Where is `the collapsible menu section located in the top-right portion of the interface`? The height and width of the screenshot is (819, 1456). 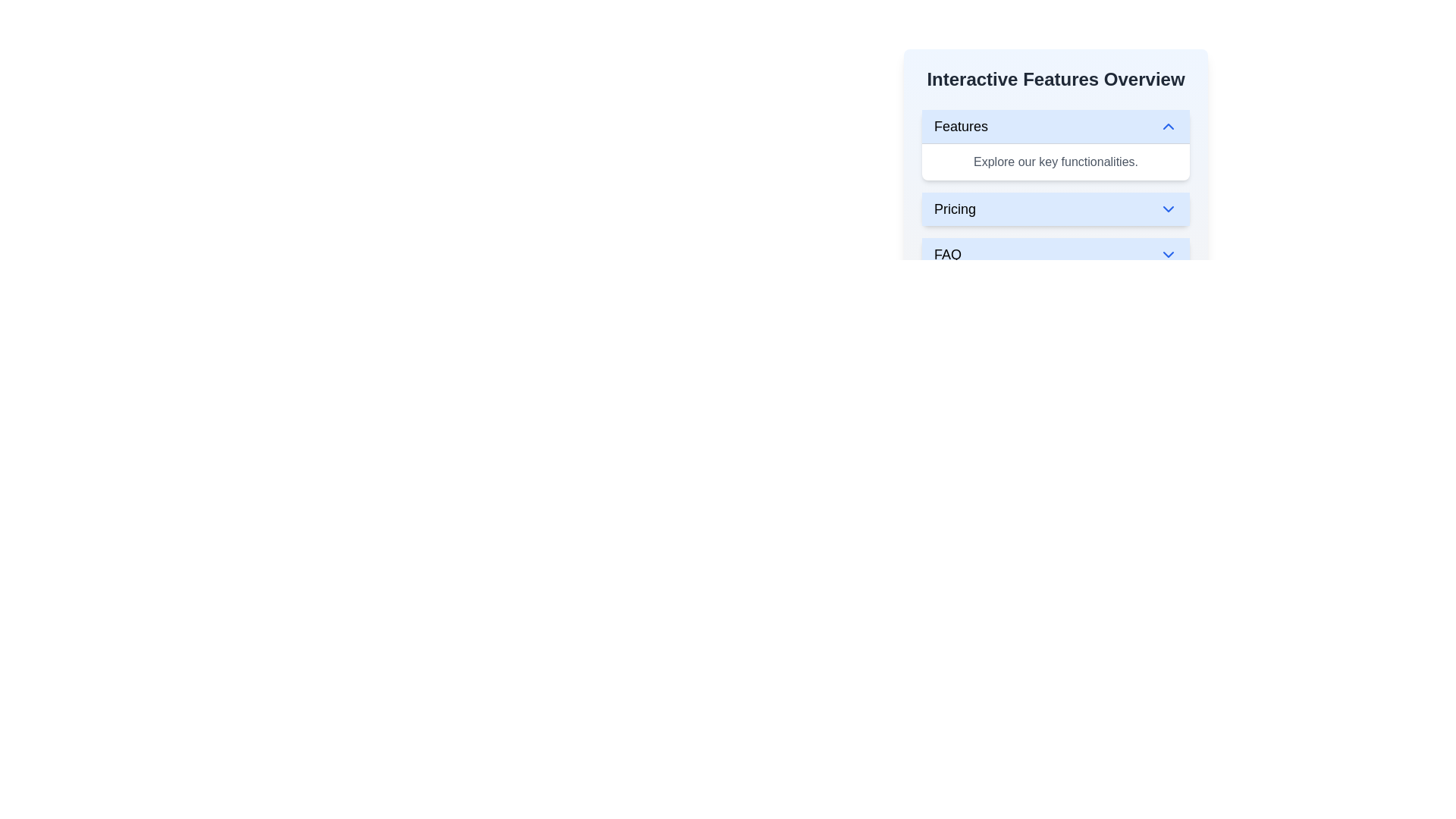
the collapsible menu section located in the top-right portion of the interface is located at coordinates (1055, 146).